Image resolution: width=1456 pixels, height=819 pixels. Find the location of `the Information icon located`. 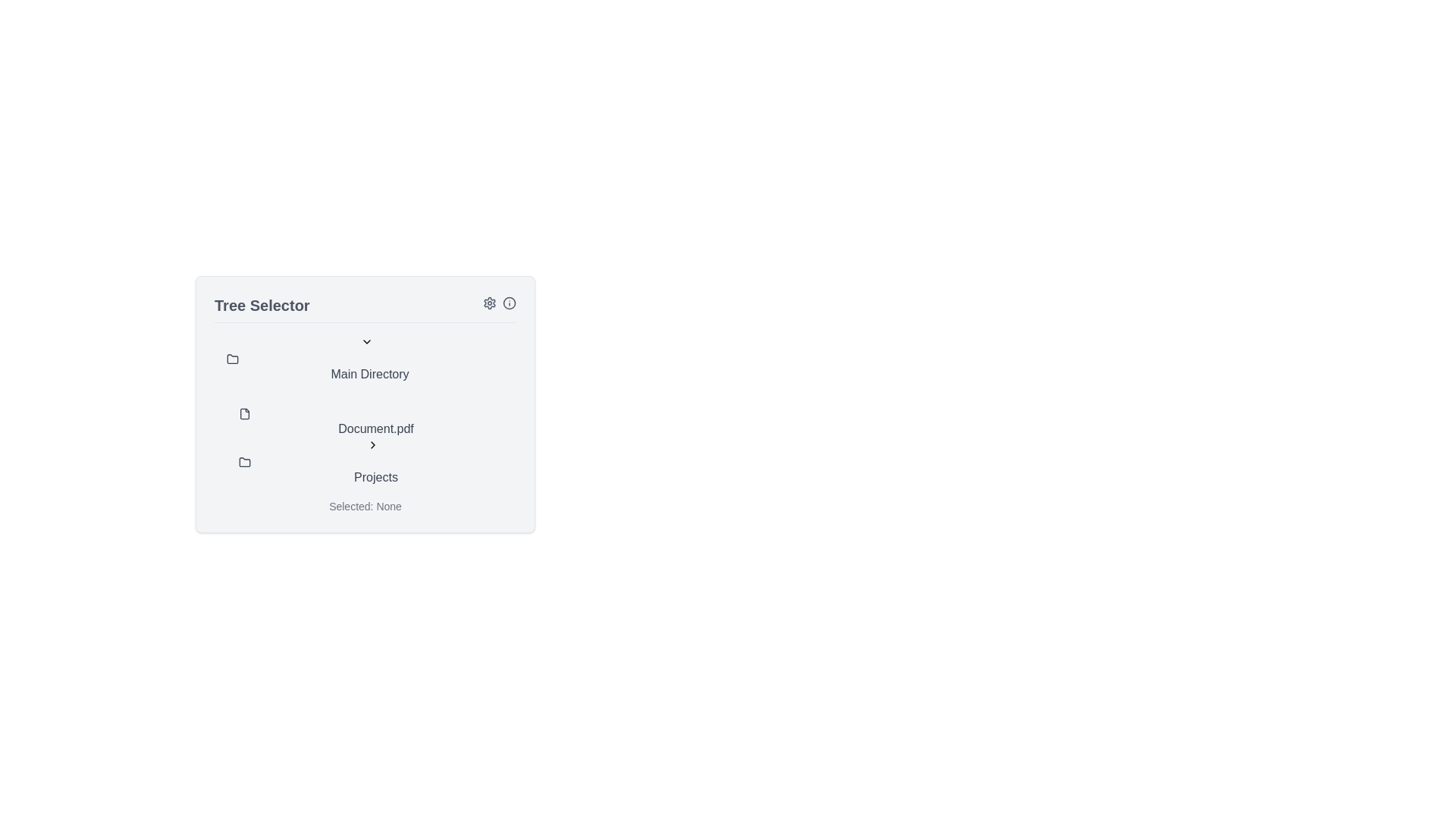

the Information icon located is located at coordinates (499, 305).